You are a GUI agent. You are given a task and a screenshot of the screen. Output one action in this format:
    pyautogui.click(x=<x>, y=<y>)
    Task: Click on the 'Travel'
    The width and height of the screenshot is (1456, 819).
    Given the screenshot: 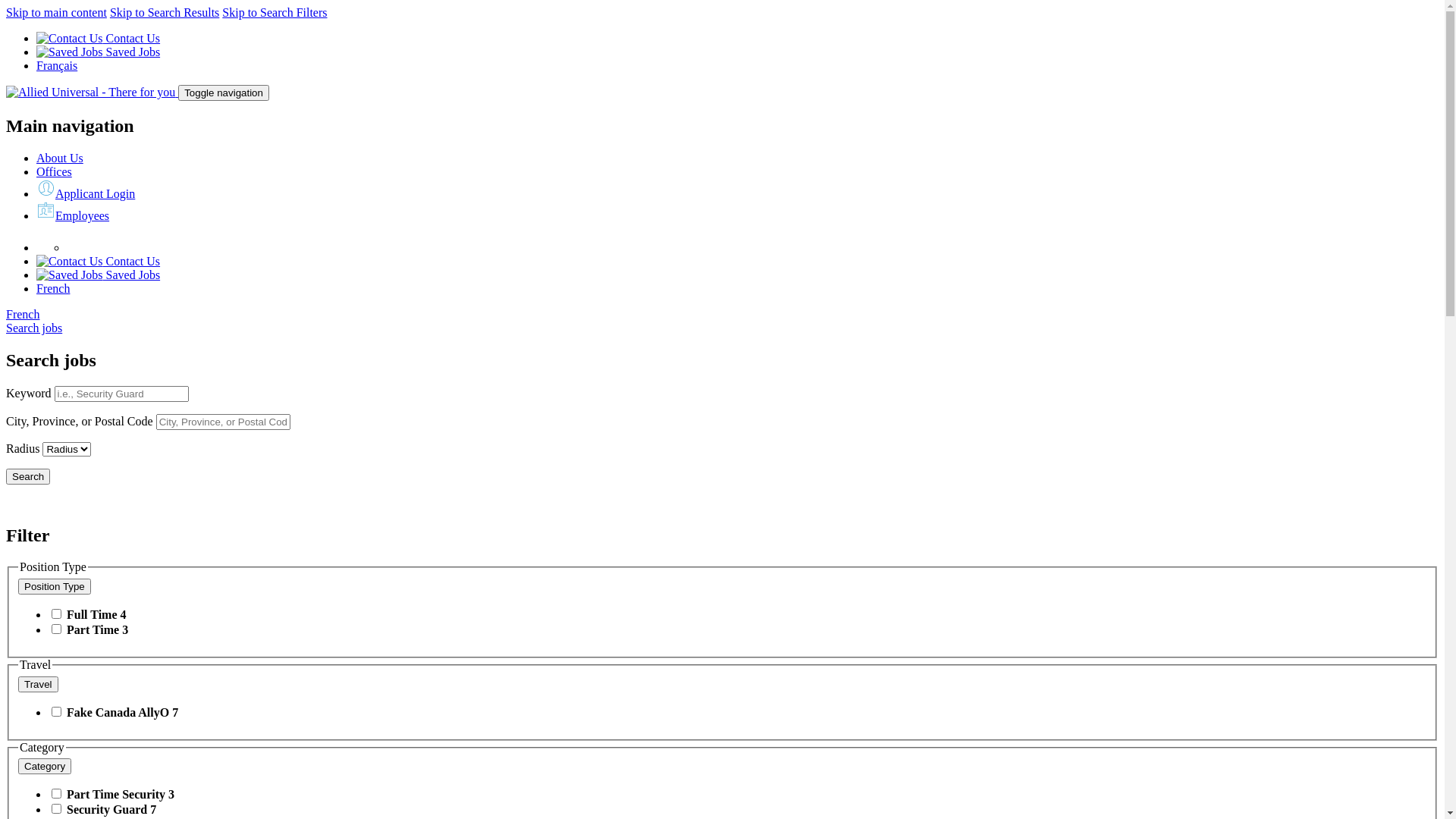 What is the action you would take?
    pyautogui.click(x=18, y=684)
    